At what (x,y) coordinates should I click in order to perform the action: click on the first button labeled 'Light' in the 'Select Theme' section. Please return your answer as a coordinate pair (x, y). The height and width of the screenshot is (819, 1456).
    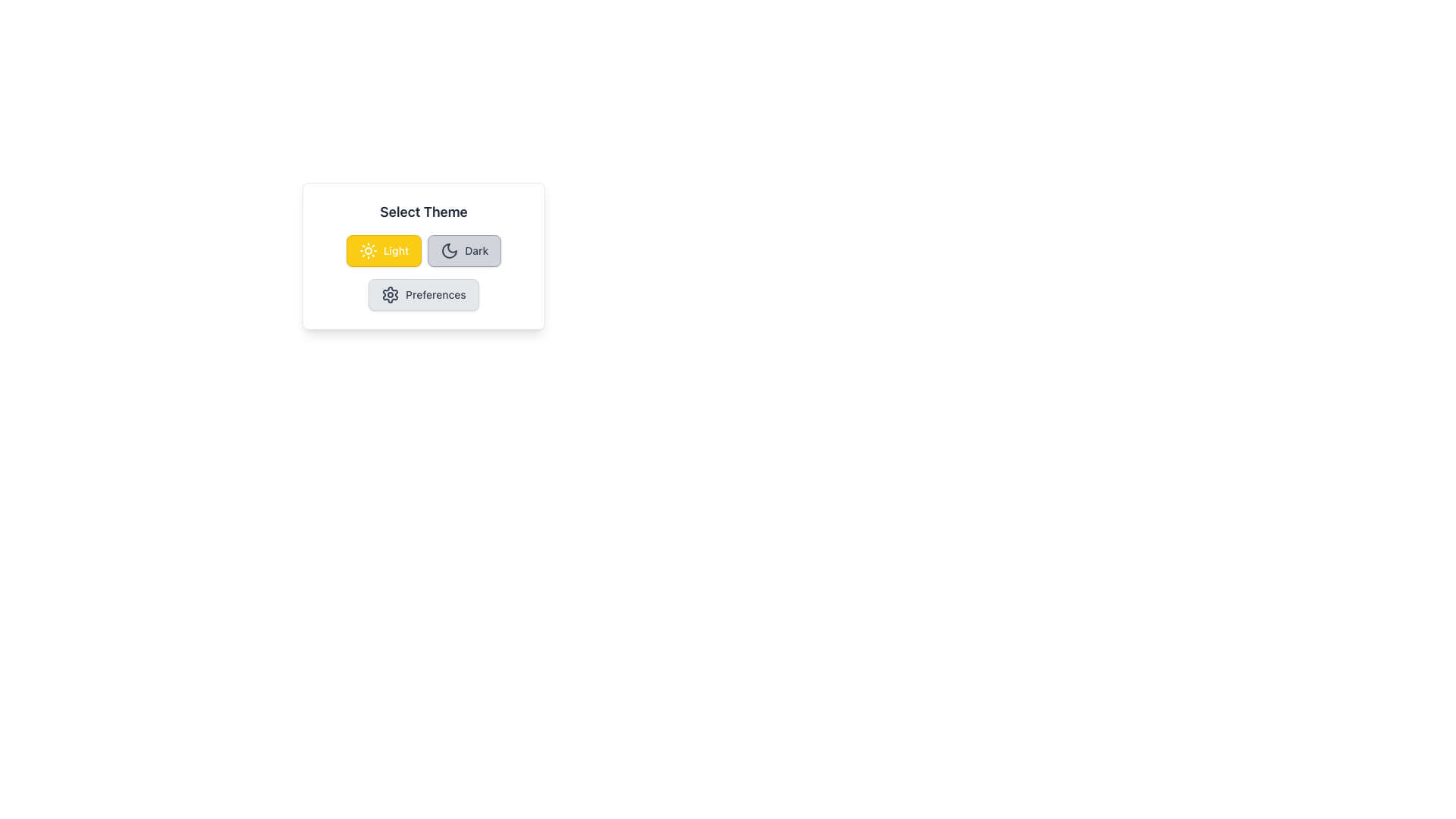
    Looking at the image, I should click on (384, 250).